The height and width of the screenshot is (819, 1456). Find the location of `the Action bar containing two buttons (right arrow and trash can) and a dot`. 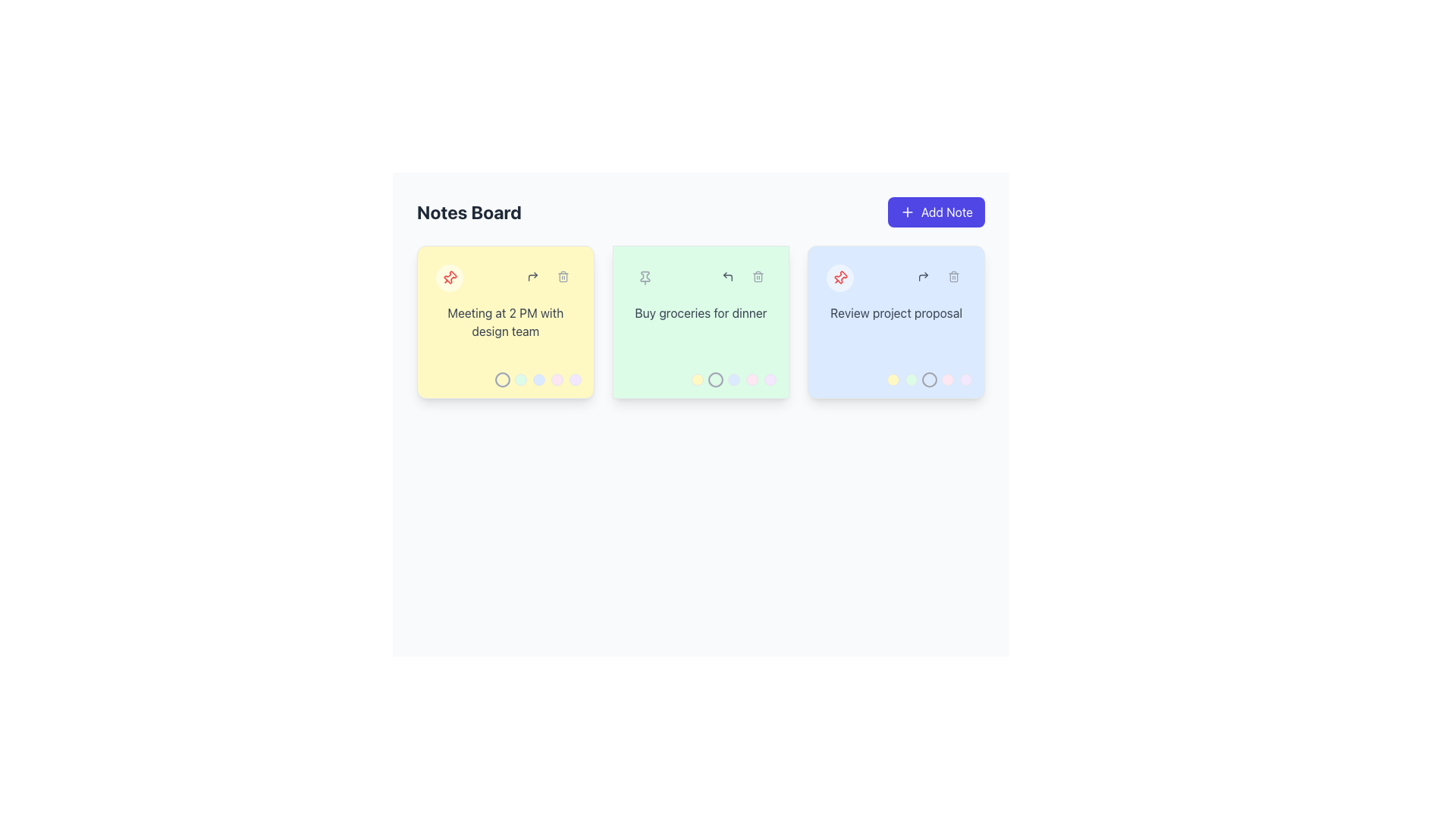

the Action bar containing two buttons (right arrow and trash can) and a dot is located at coordinates (938, 277).